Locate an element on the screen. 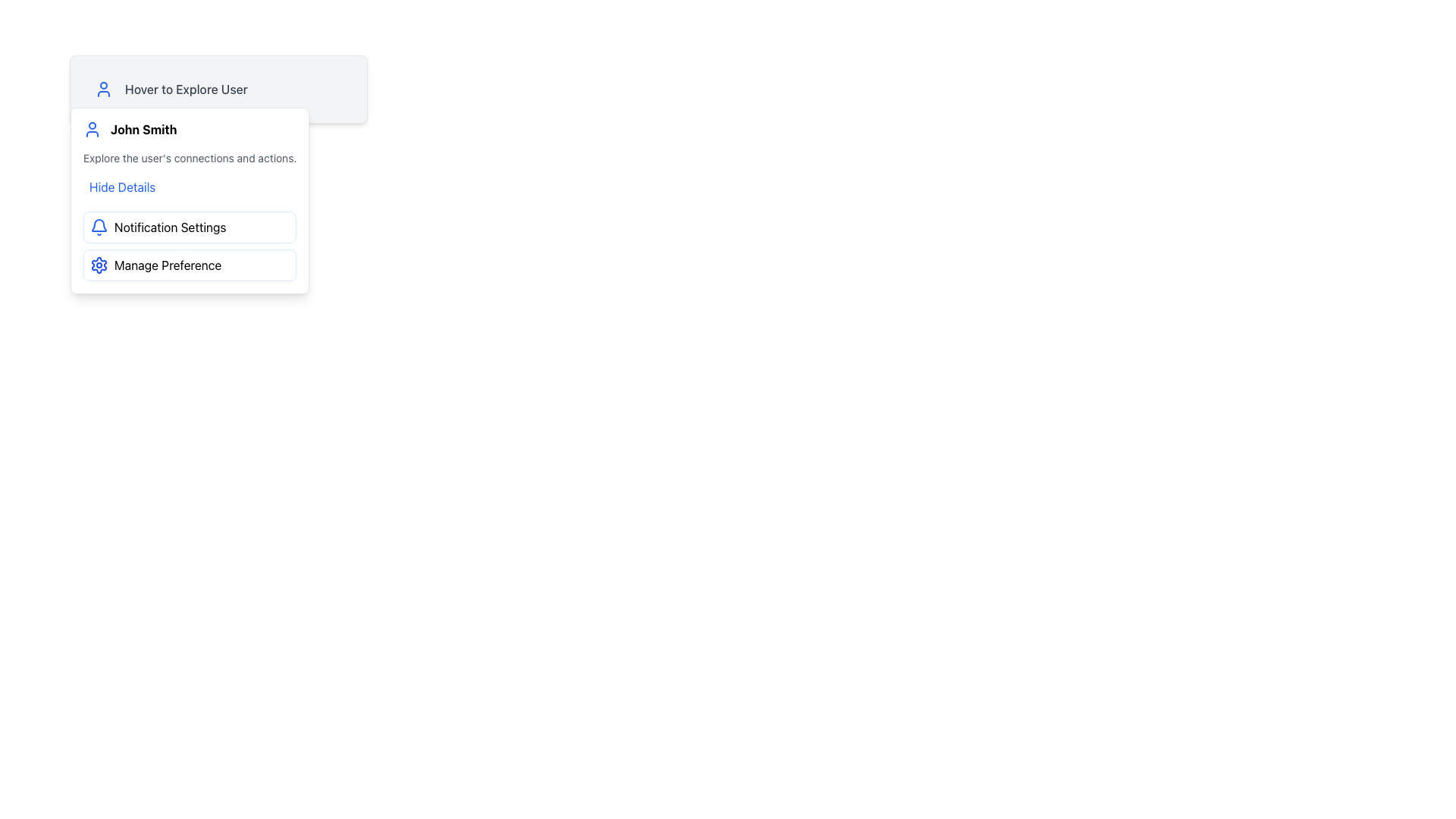  the 'Manage Preference' button, which is a horizontally-aligned button with a blue gear icon and white background, located directly below the 'Notification Settings' button in the dropdown menu is located at coordinates (189, 265).